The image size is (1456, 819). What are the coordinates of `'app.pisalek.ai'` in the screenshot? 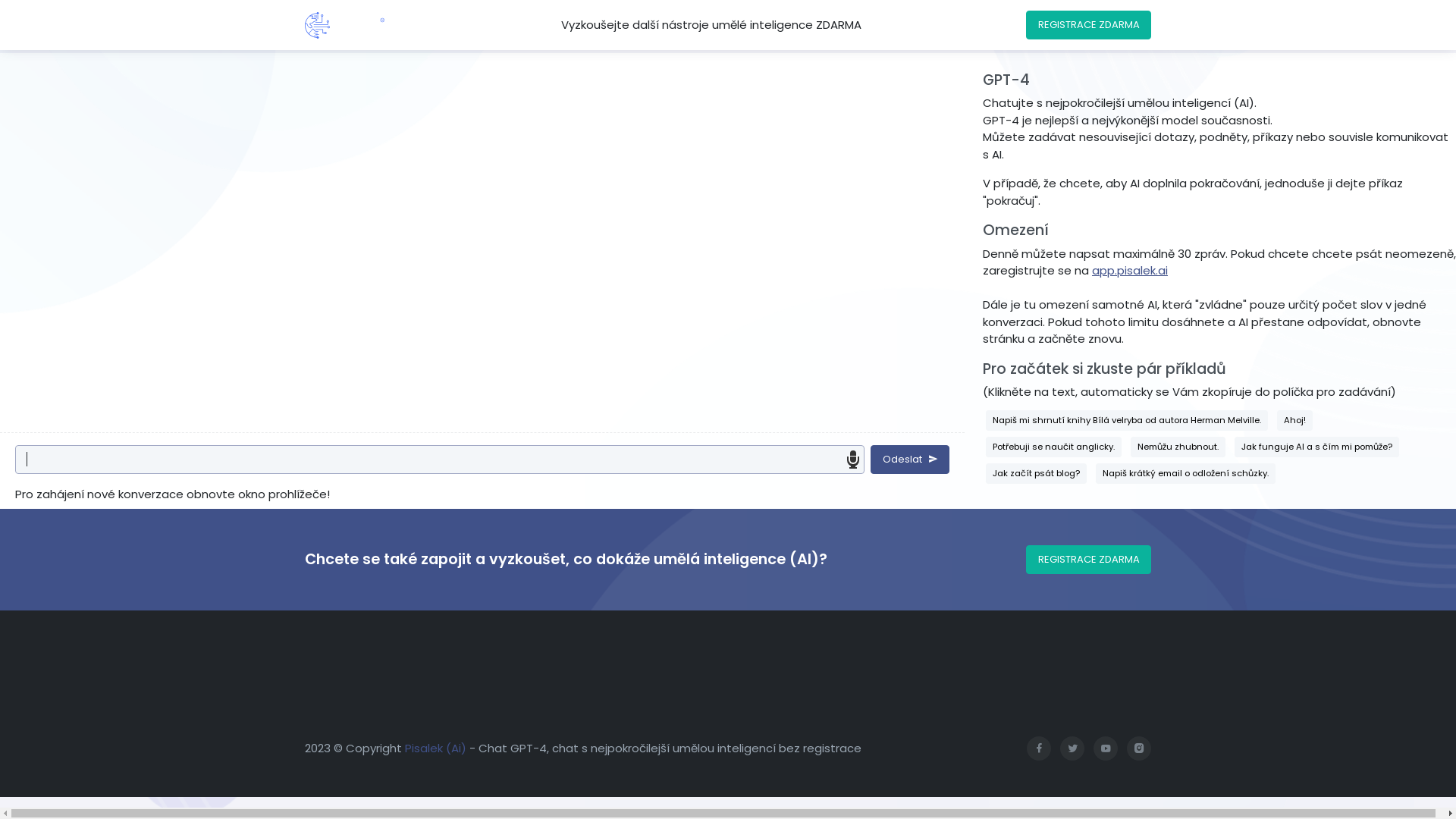 It's located at (1129, 269).